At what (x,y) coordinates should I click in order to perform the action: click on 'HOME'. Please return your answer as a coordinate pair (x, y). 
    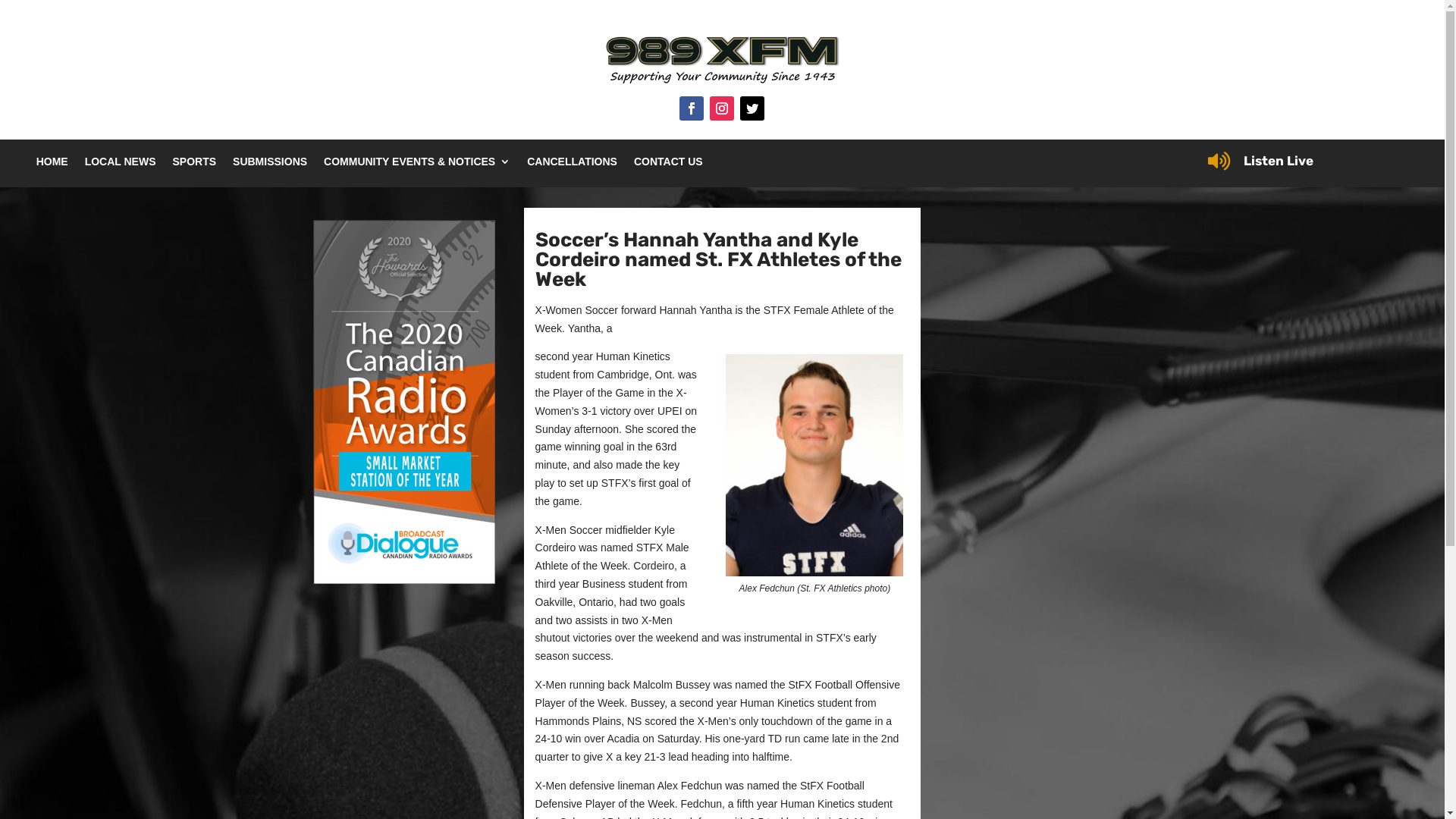
    Looking at the image, I should click on (52, 164).